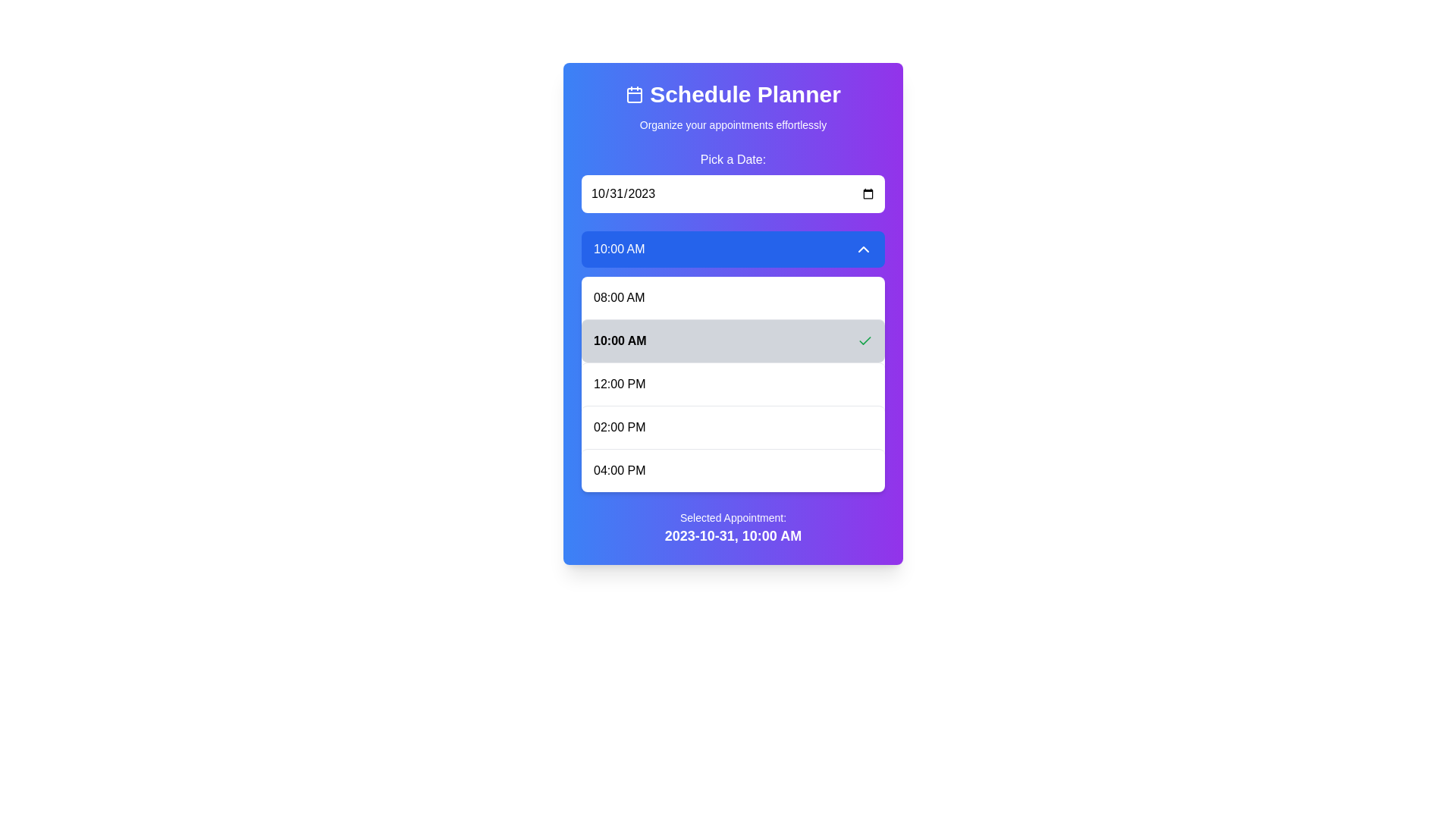 The height and width of the screenshot is (819, 1456). What do you see at coordinates (733, 94) in the screenshot?
I see `the 'Schedule Planner' heading text that features a calendar icon on its left, styled in bold and large font, positioned centrally in the header section above the subtitle 'Organize your appointments effortlessly'` at bounding box center [733, 94].